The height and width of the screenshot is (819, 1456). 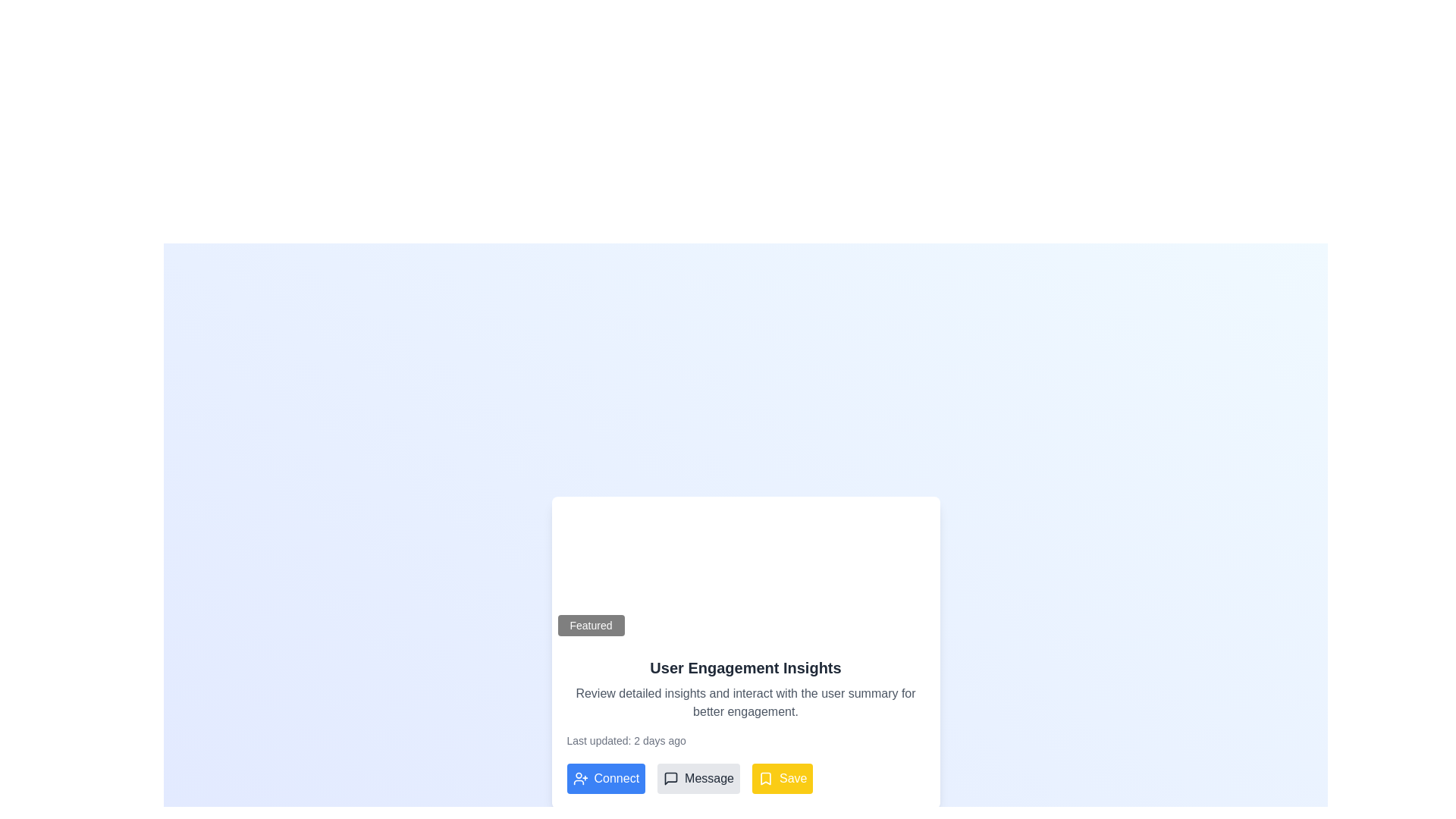 I want to click on the square-shaped speech bubble icon located below the 'Message' button and adjacent to the 'Connect' and 'Save' buttons, so click(x=670, y=778).